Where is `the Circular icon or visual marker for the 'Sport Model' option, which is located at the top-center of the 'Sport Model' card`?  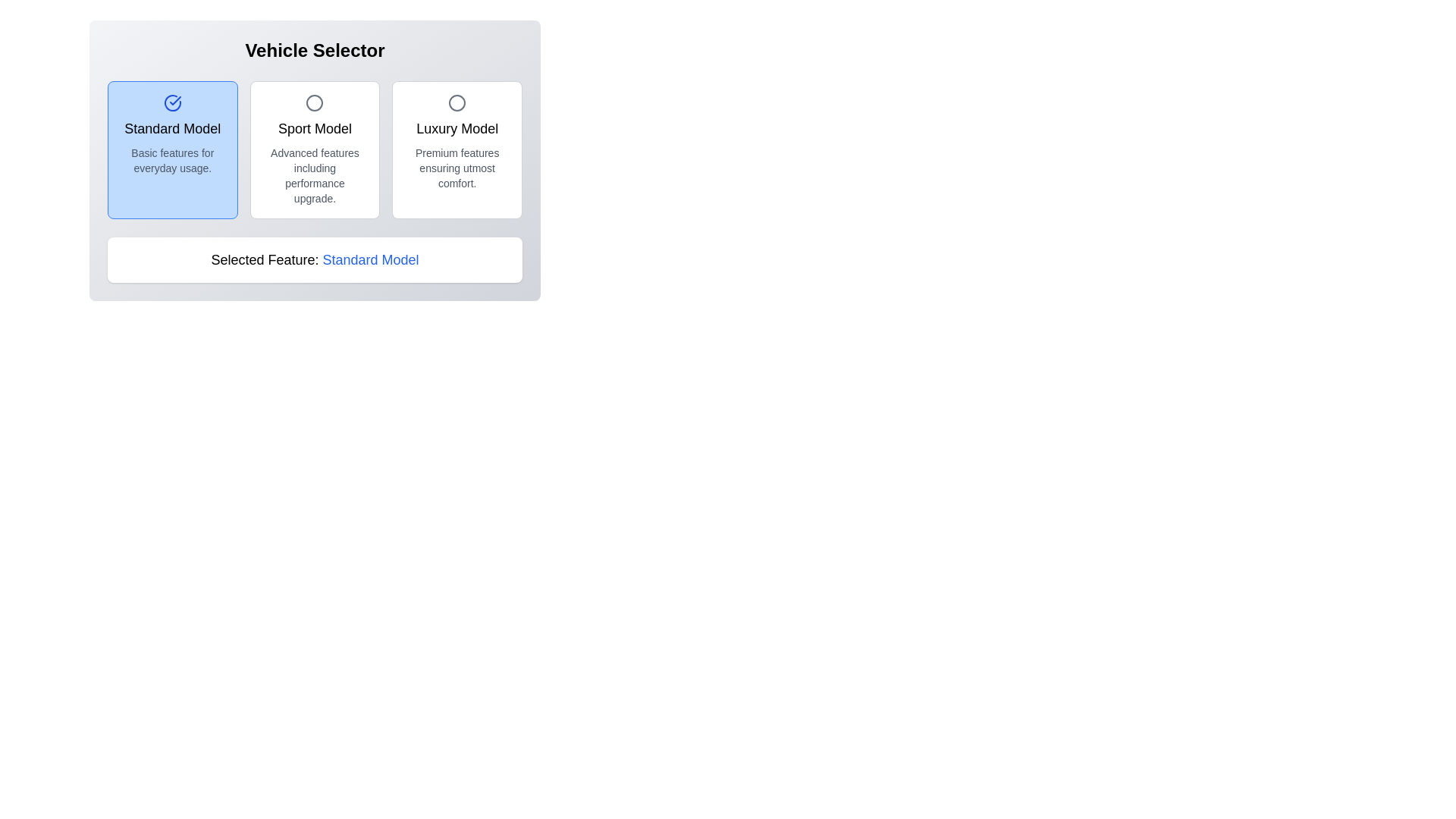 the Circular icon or visual marker for the 'Sport Model' option, which is located at the top-center of the 'Sport Model' card is located at coordinates (314, 102).